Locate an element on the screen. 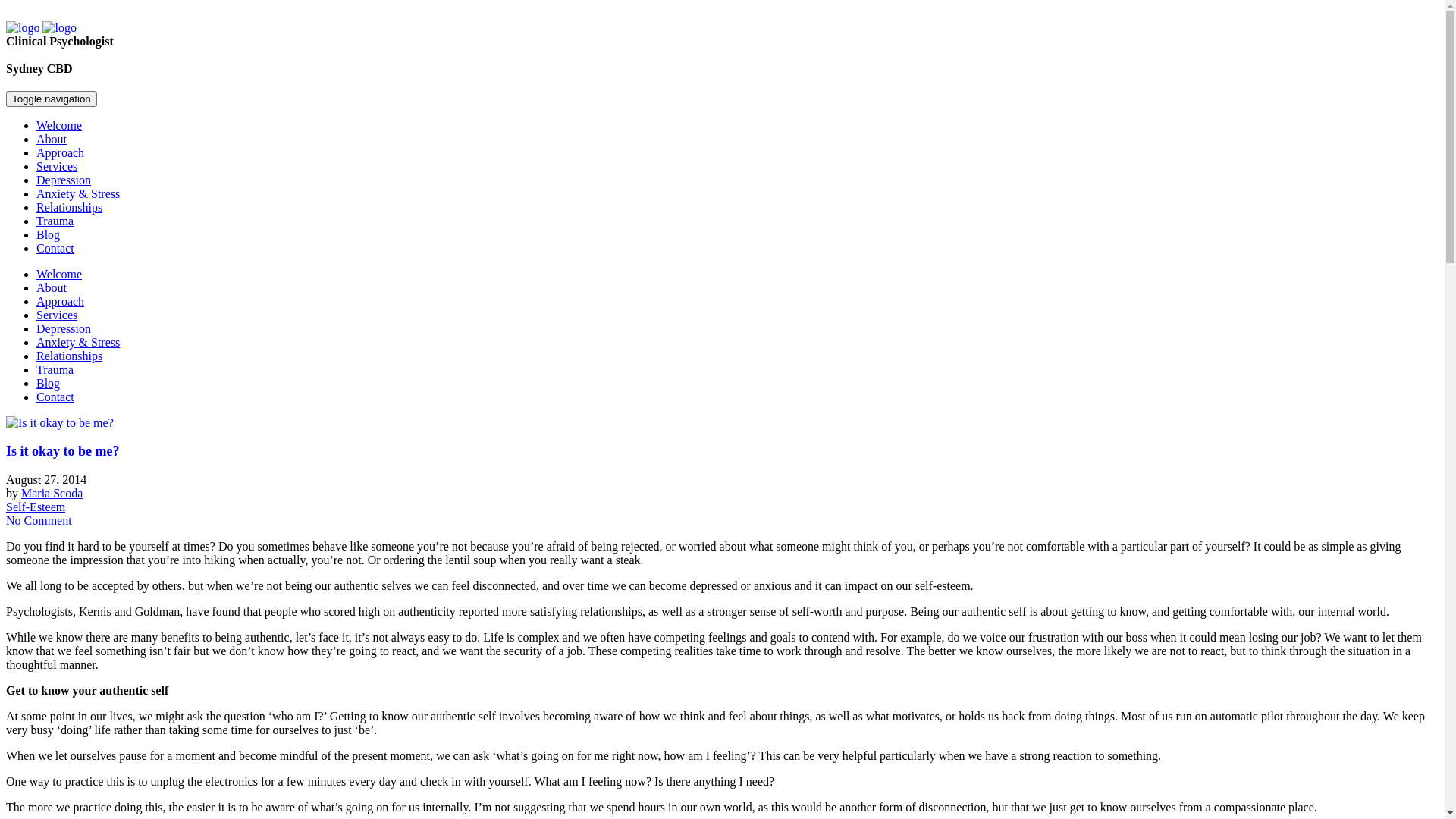 Image resolution: width=1456 pixels, height=819 pixels. 'No Comment' is located at coordinates (6, 519).